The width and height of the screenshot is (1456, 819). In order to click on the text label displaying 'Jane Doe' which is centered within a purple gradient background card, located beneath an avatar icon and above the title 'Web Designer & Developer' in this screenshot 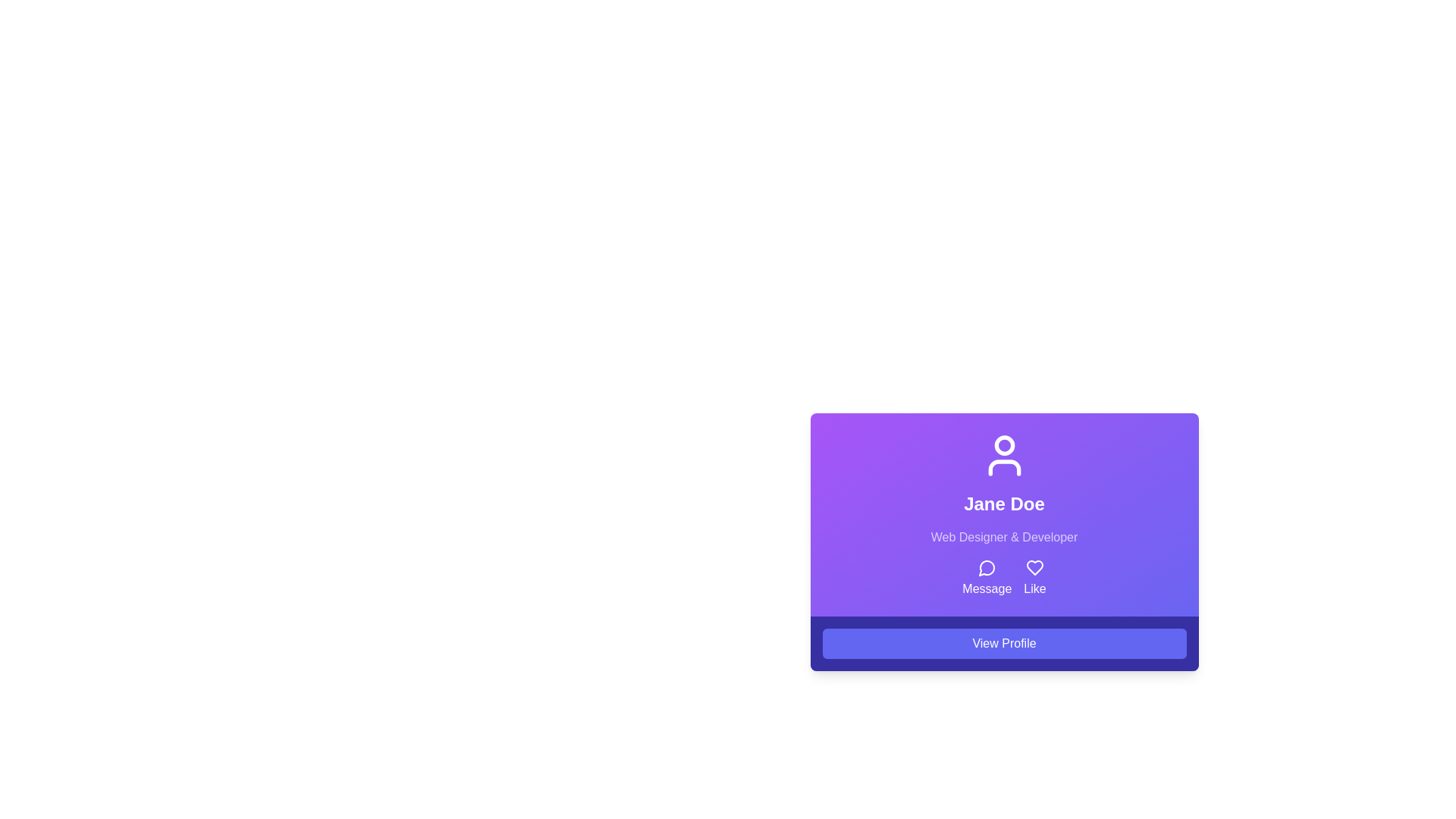, I will do `click(1004, 504)`.